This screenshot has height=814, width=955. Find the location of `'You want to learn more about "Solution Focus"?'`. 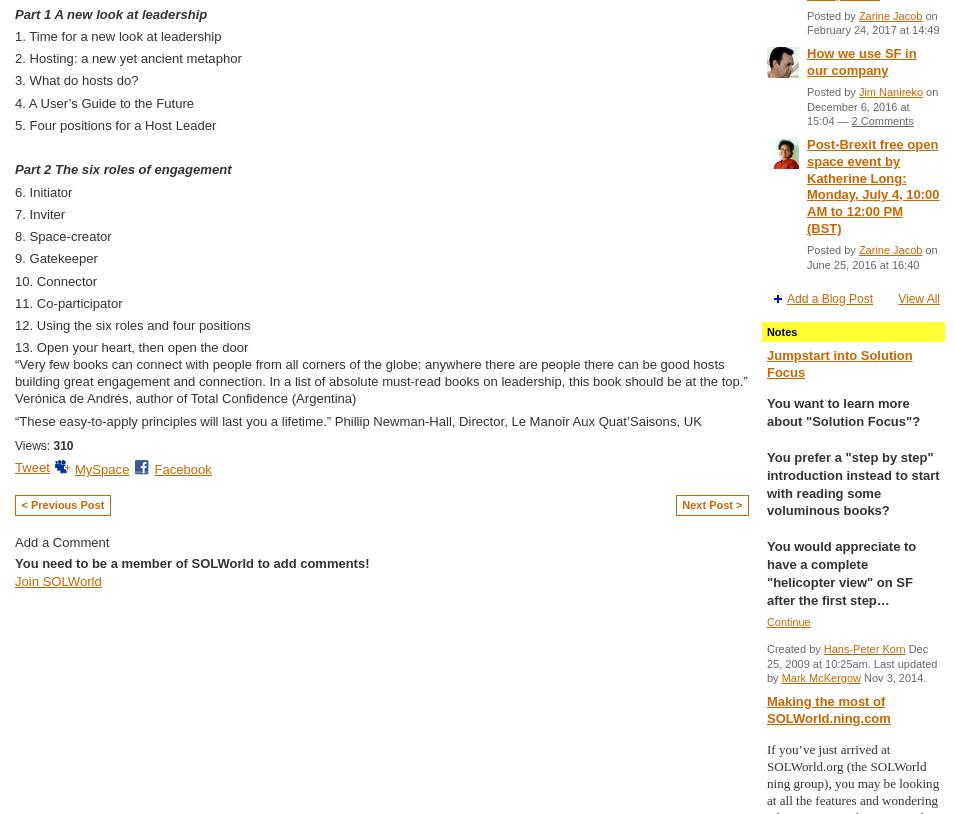

'You want to learn more about "Solution Focus"?' is located at coordinates (843, 411).